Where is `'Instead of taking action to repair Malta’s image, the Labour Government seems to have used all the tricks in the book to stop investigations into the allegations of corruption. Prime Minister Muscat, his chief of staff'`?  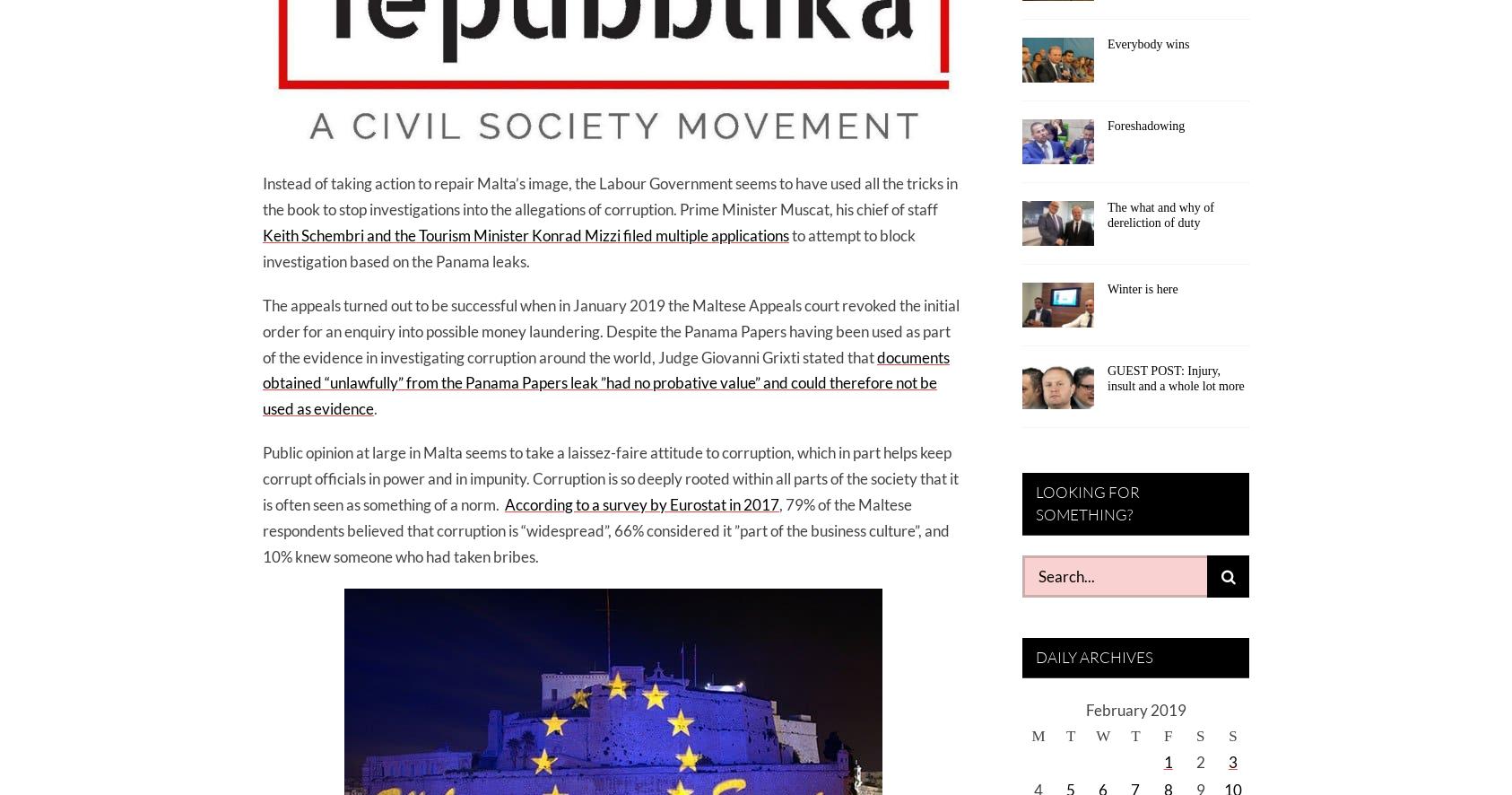 'Instead of taking action to repair Malta’s image, the Labour Government seems to have used all the tricks in the book to stop investigations into the allegations of corruption. Prime Minister Muscat, his chief of staff' is located at coordinates (609, 197).